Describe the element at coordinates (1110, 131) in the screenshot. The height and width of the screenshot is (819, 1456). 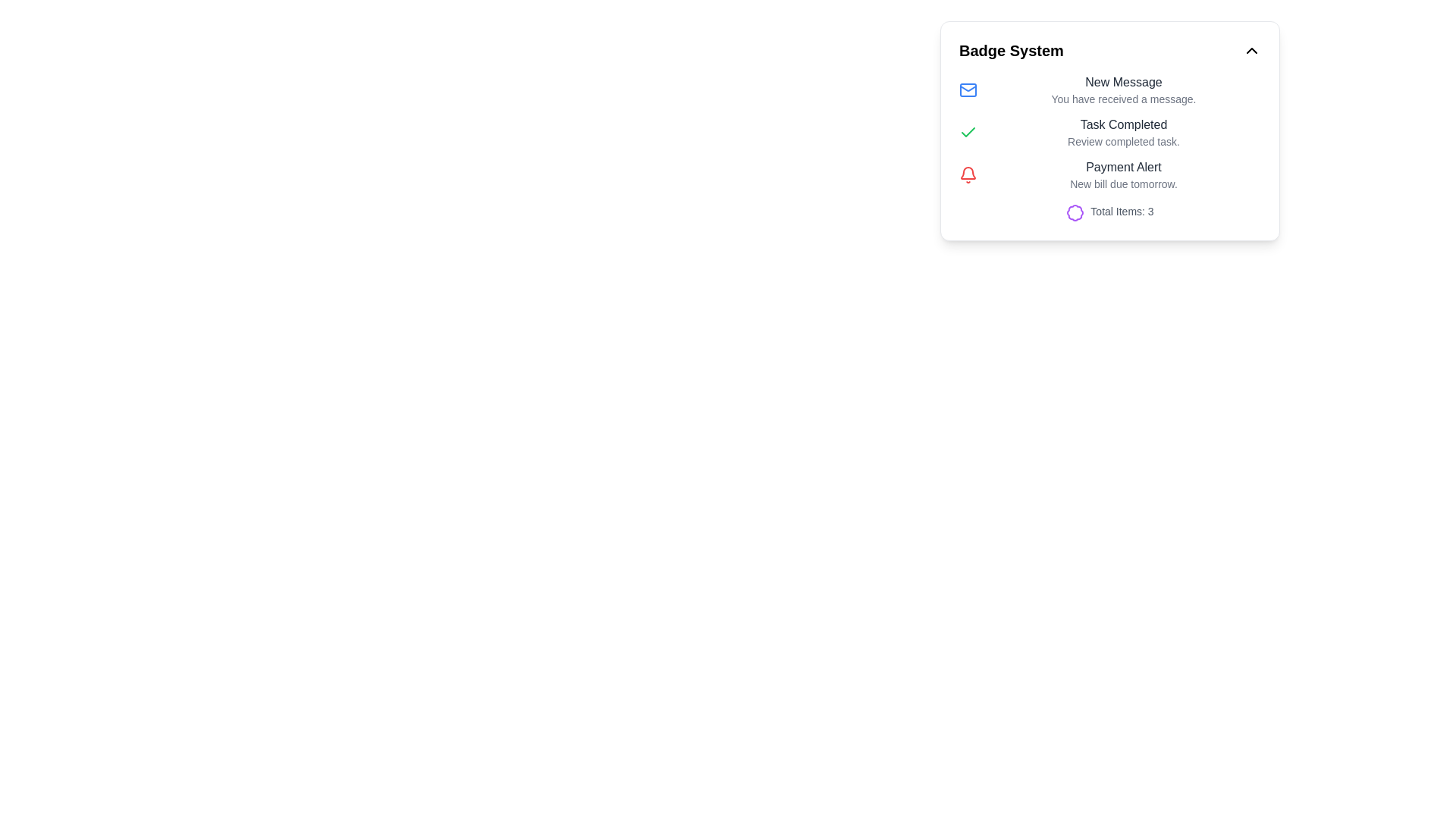
I see `on the notification entry labeled 'Task Completed' that features a green checkmark and a description 'Review completed task.'` at that location.